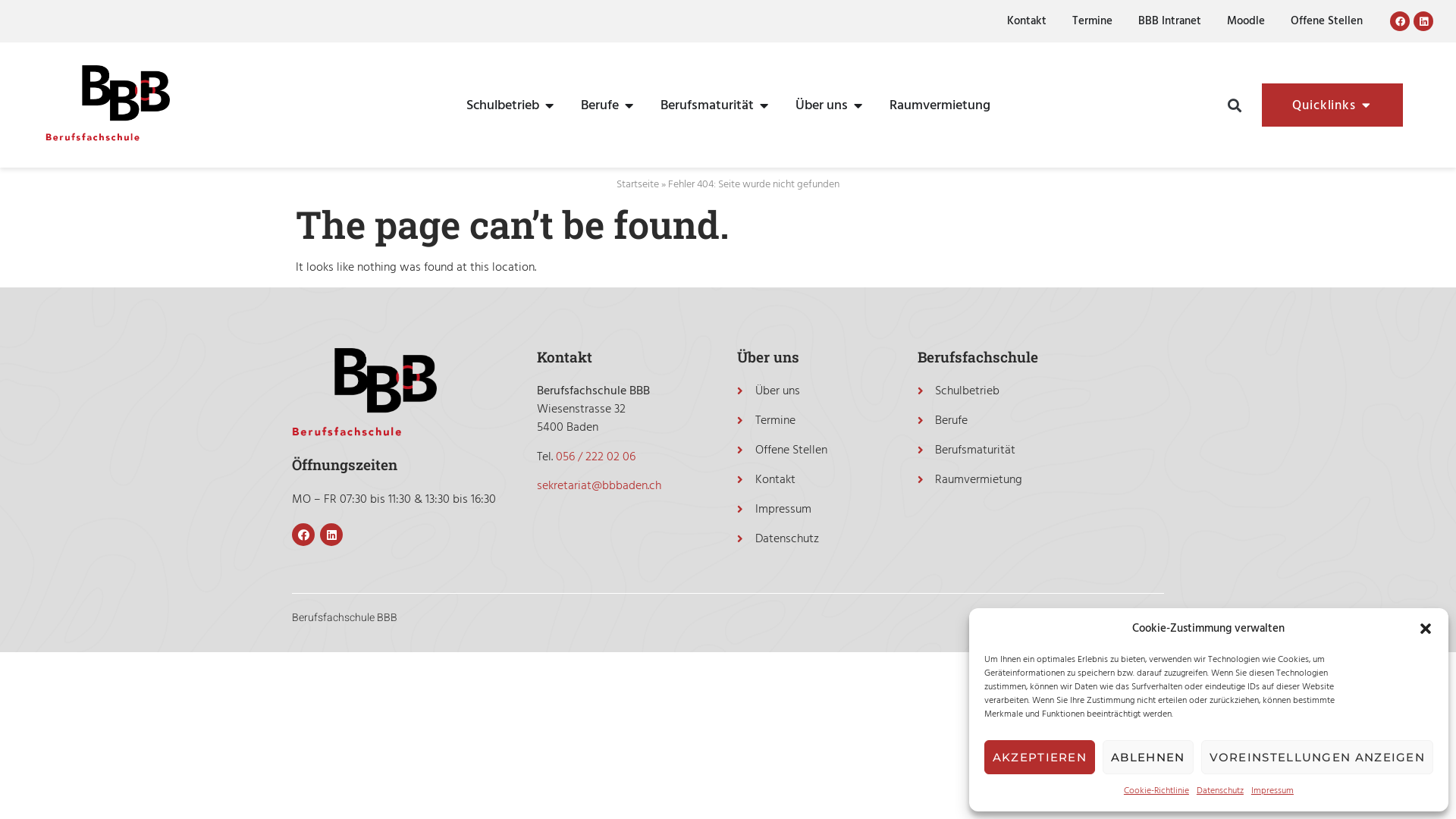 The width and height of the screenshot is (1456, 819). What do you see at coordinates (1272, 789) in the screenshot?
I see `'Impressum'` at bounding box center [1272, 789].